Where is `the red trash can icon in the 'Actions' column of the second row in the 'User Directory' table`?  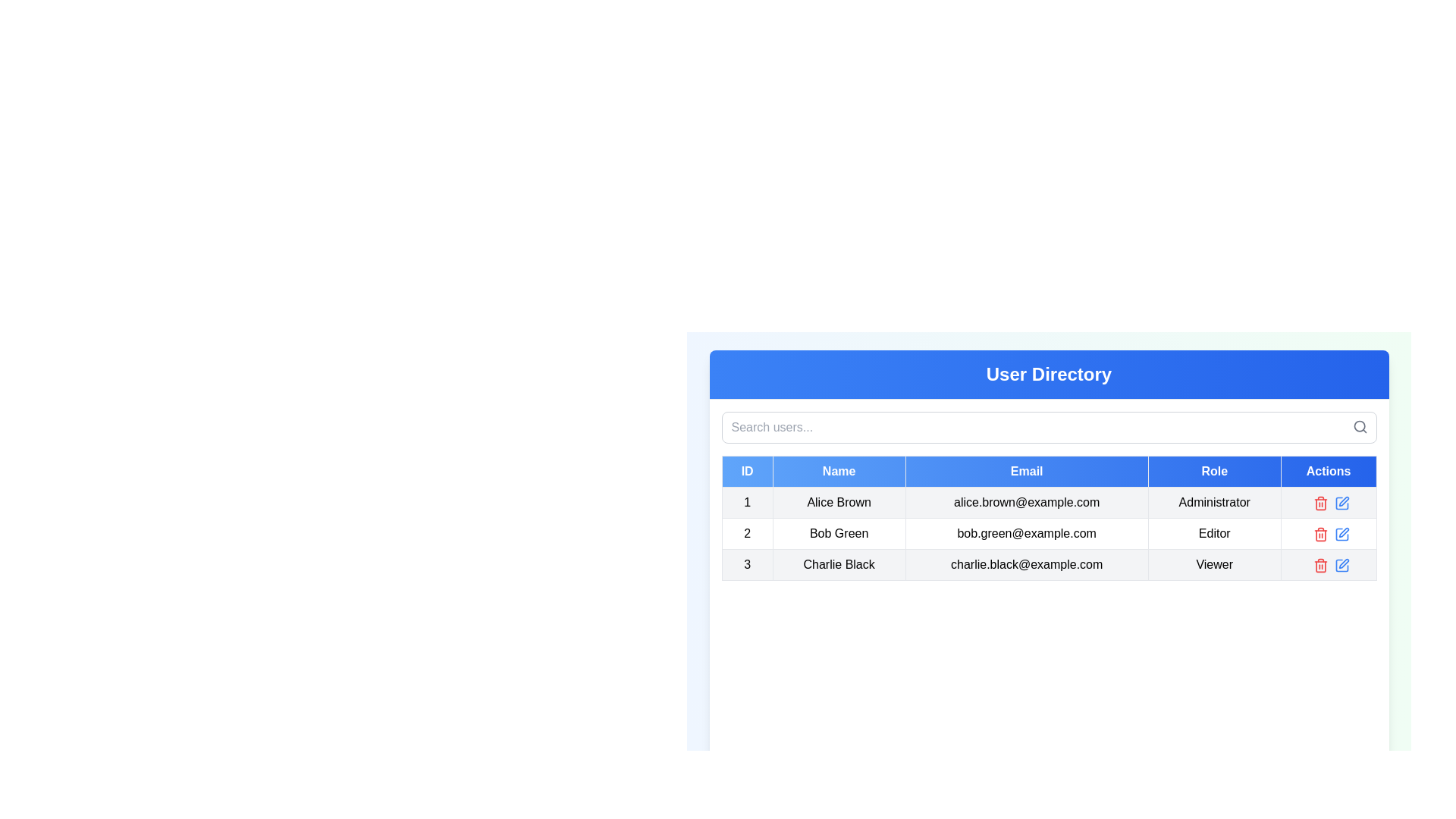 the red trash can icon in the 'Actions' column of the second row in the 'User Directory' table is located at coordinates (1320, 533).